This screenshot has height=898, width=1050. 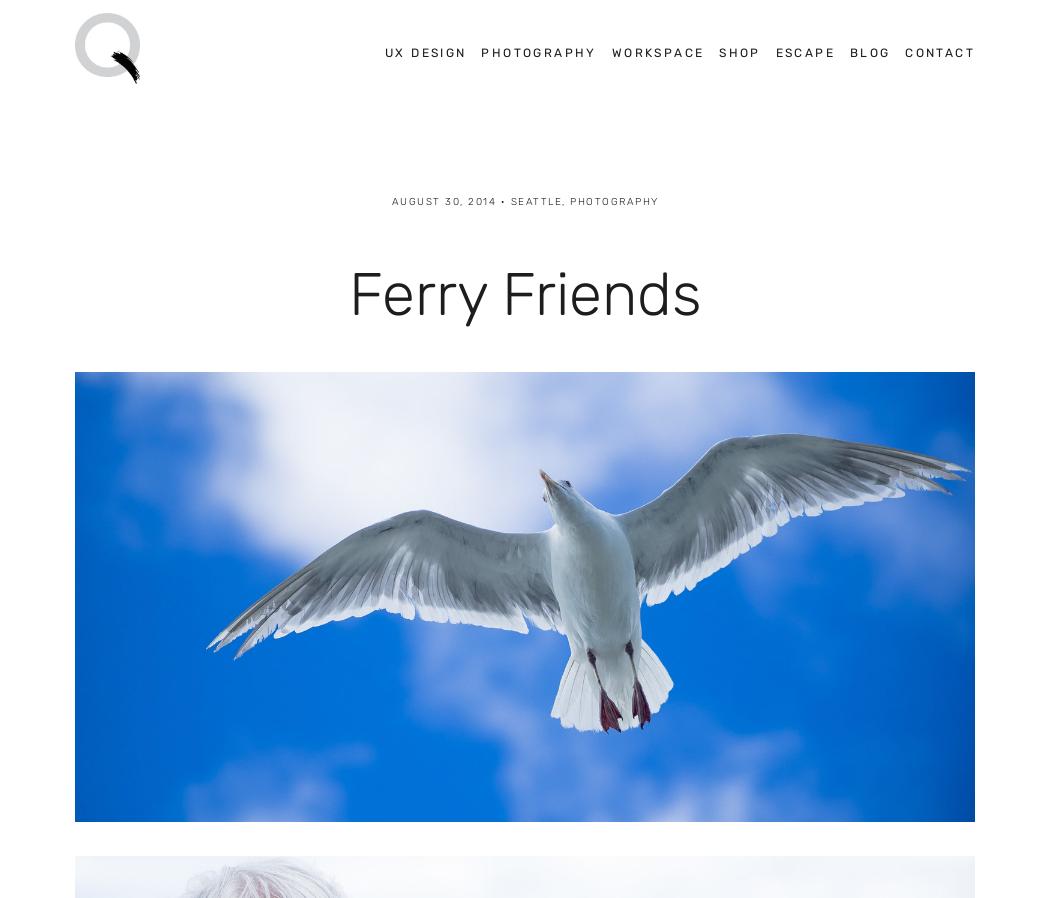 What do you see at coordinates (424, 50) in the screenshot?
I see `'UX DESIGN'` at bounding box center [424, 50].